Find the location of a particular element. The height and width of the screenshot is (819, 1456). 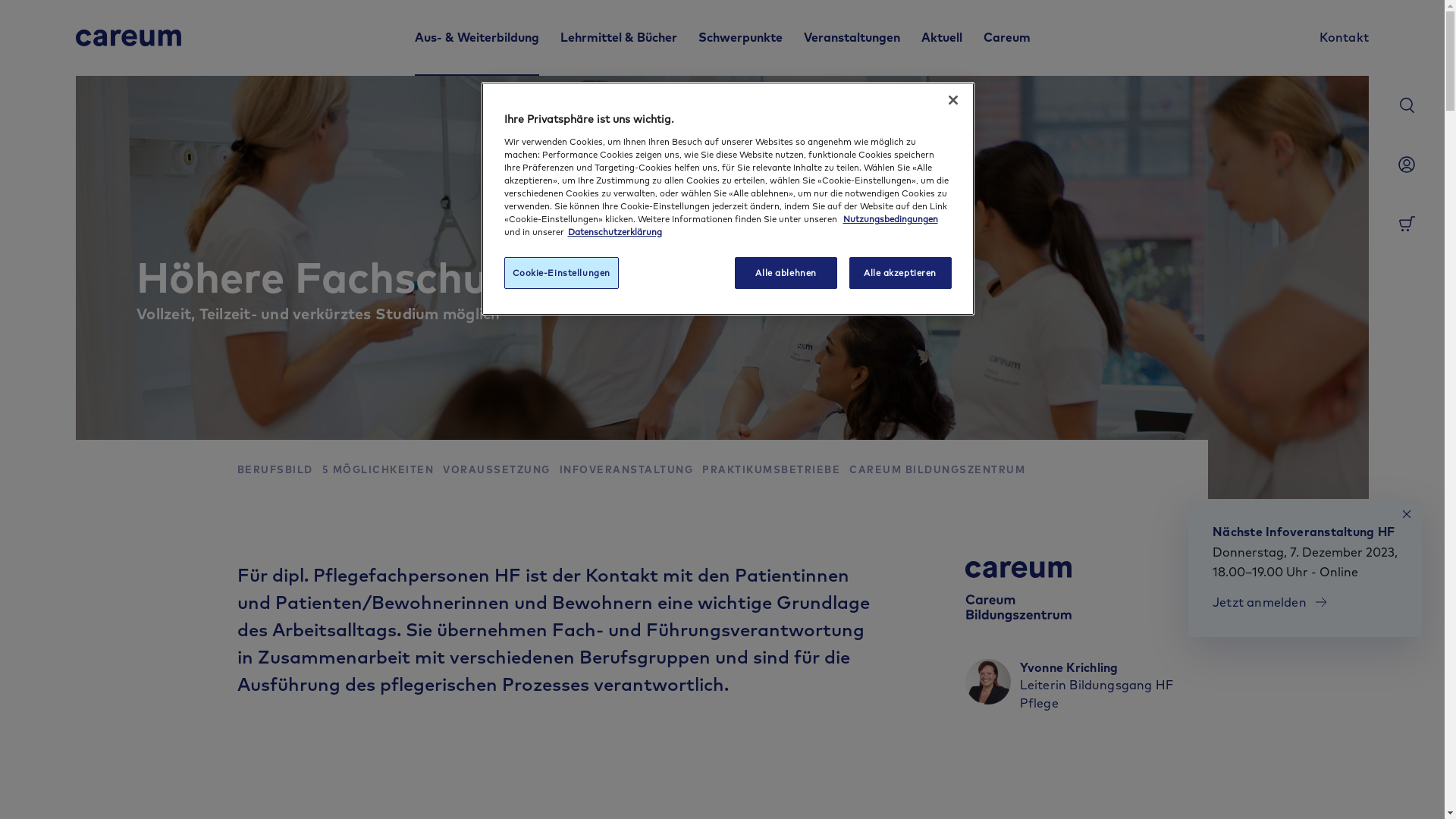

'CAREUM BILDUNGSZENTRUM' is located at coordinates (848, 469).